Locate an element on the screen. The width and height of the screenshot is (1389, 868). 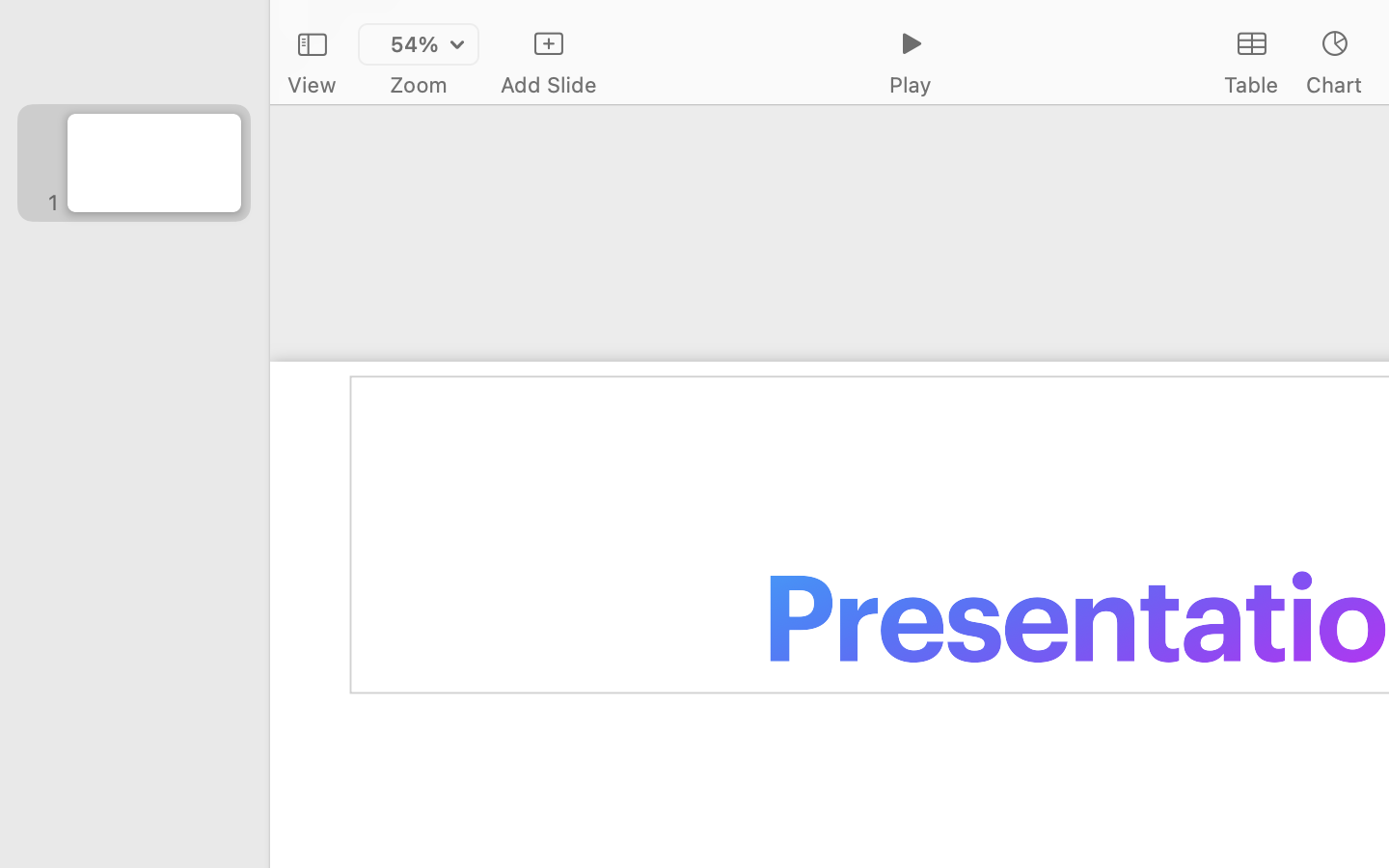
'Zoom' is located at coordinates (419, 84).